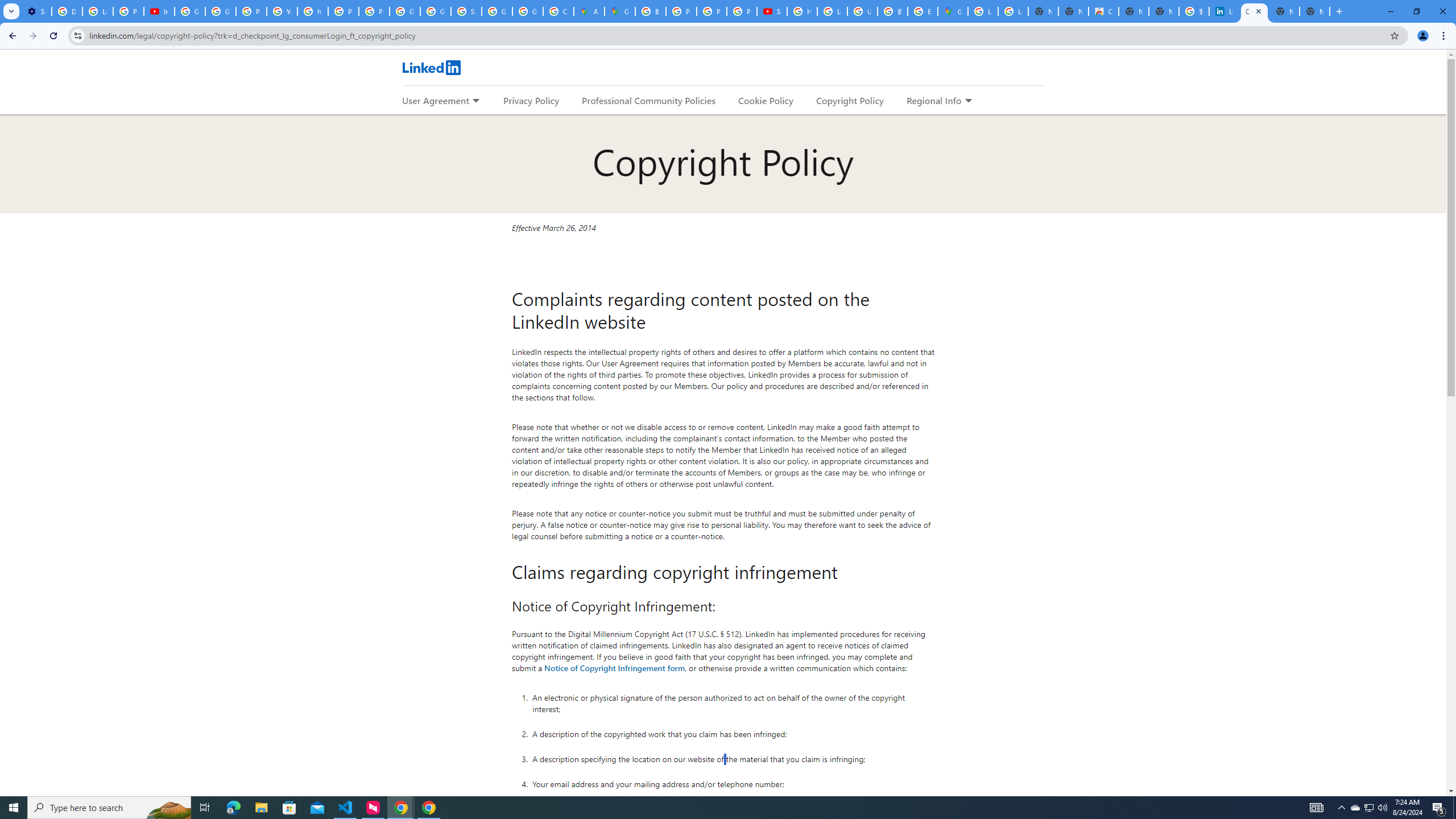 The height and width of the screenshot is (819, 1456). What do you see at coordinates (435, 100) in the screenshot?
I see `'User Agreement'` at bounding box center [435, 100].